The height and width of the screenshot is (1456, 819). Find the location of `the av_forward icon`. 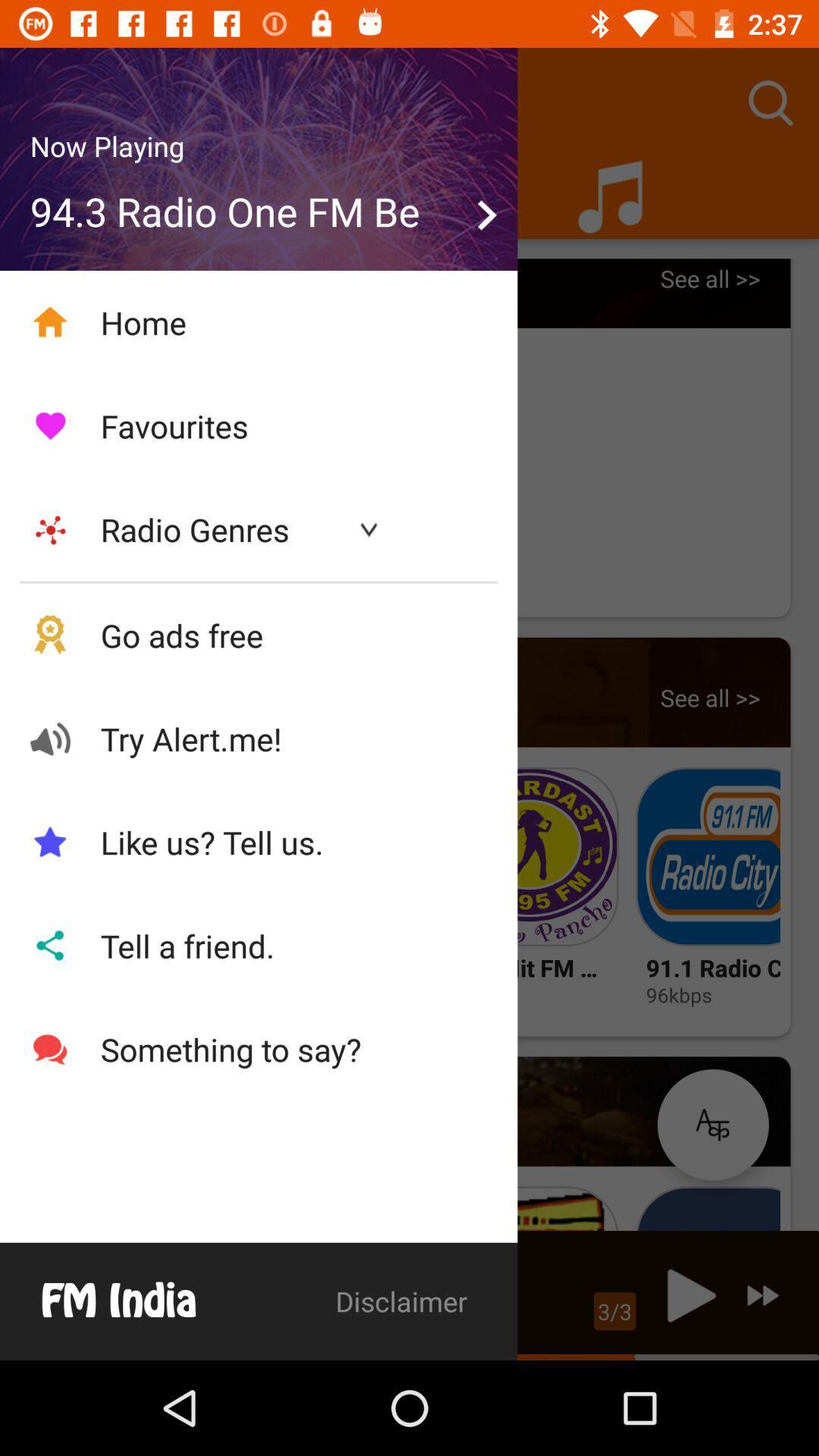

the av_forward icon is located at coordinates (763, 1294).